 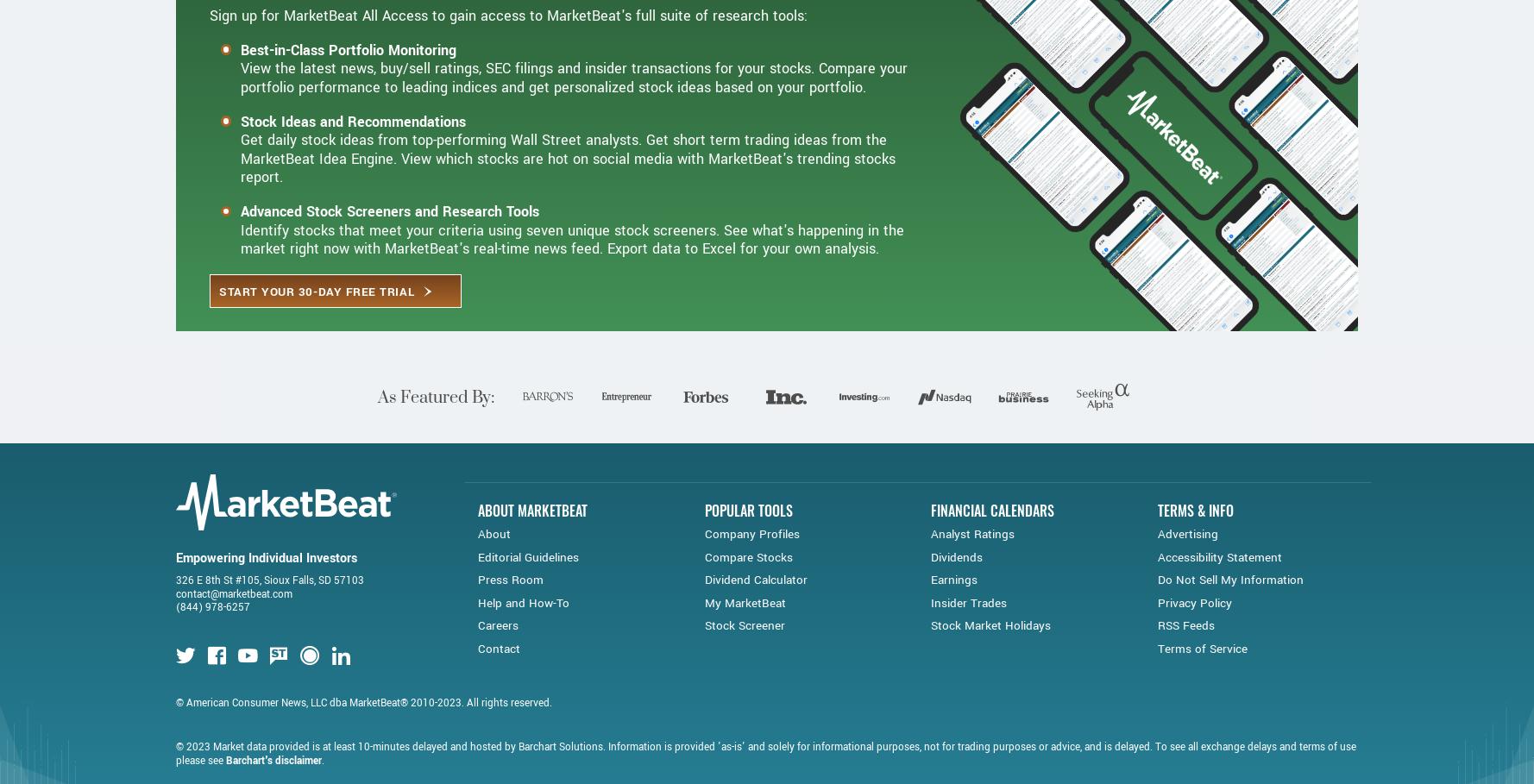 What do you see at coordinates (1155, 645) in the screenshot?
I see `'Do Not Sell My Information'` at bounding box center [1155, 645].